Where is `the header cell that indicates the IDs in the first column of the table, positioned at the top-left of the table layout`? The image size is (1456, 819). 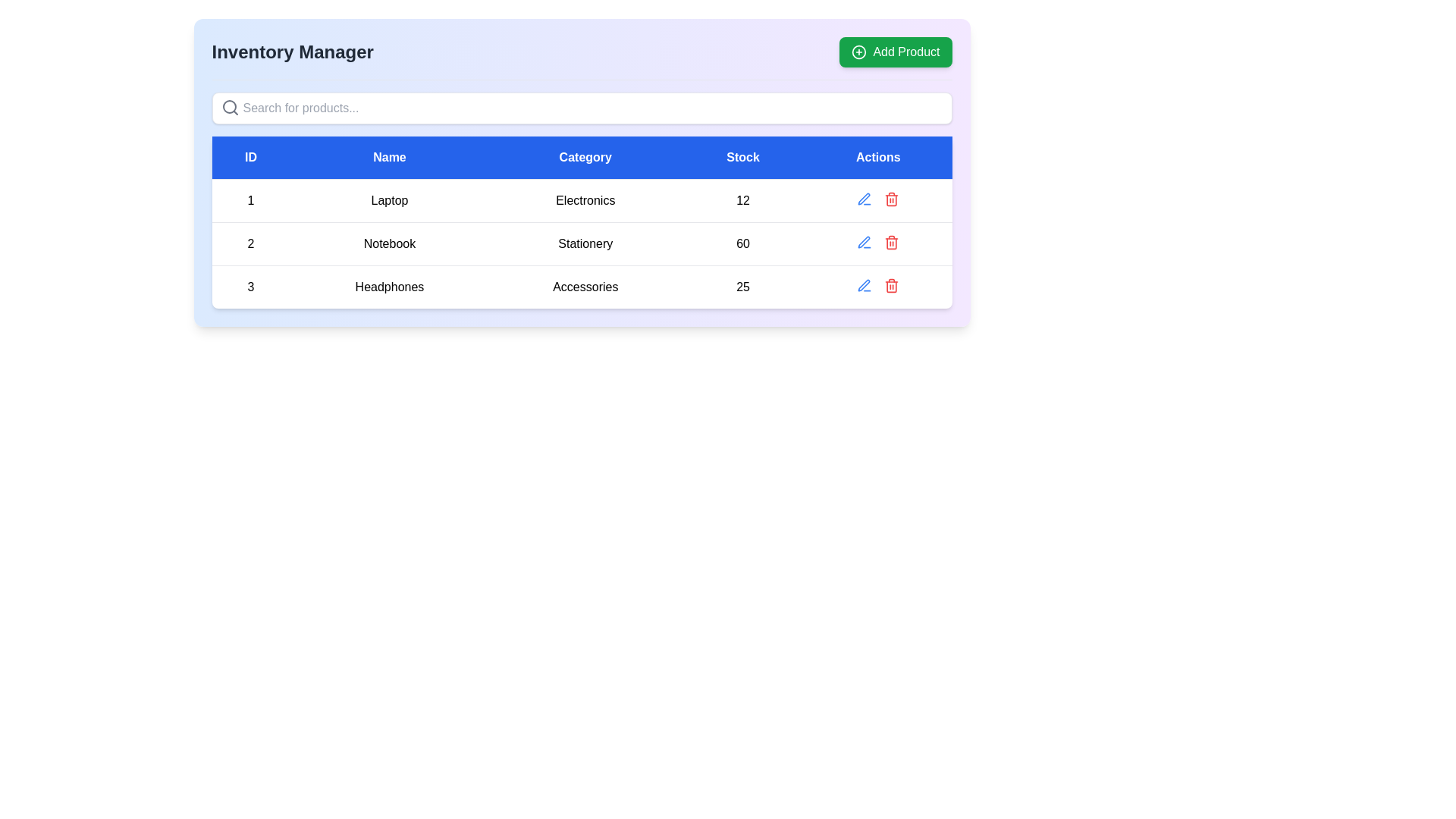
the header cell that indicates the IDs in the first column of the table, positioned at the top-left of the table layout is located at coordinates (251, 158).